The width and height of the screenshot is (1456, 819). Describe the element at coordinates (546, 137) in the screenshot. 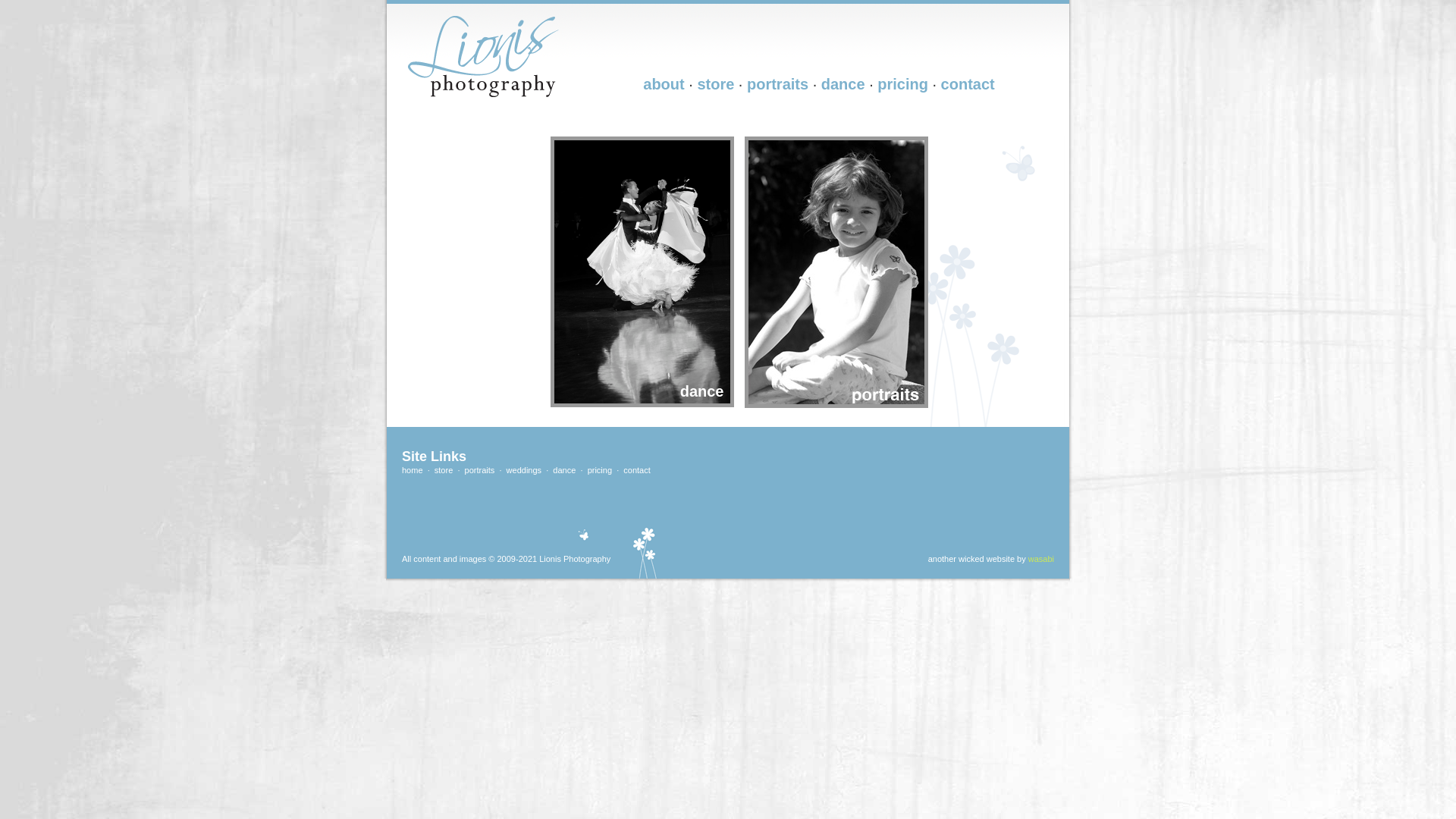

I see `'dance'` at that location.